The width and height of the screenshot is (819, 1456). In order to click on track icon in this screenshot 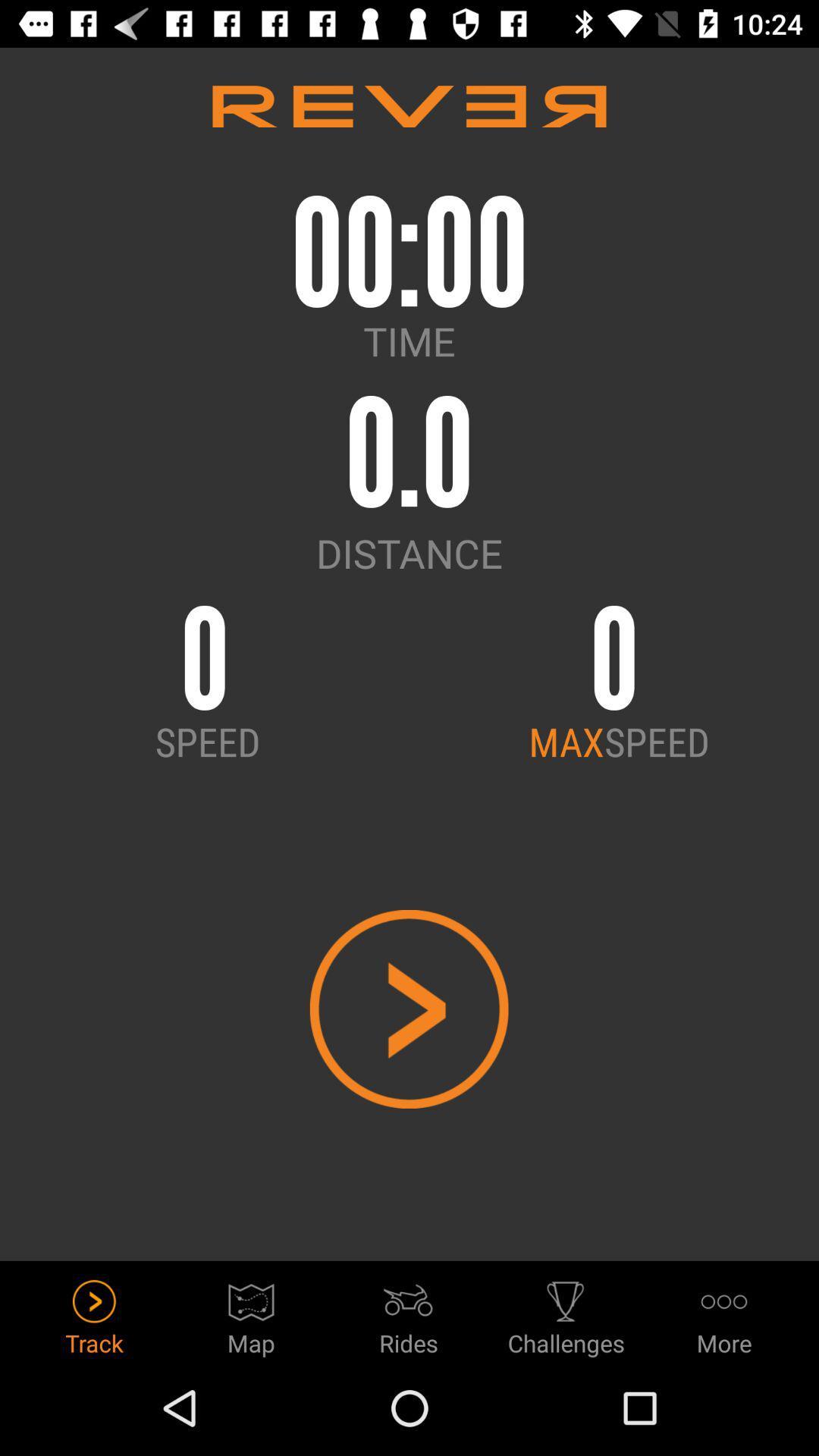, I will do `click(94, 1313)`.